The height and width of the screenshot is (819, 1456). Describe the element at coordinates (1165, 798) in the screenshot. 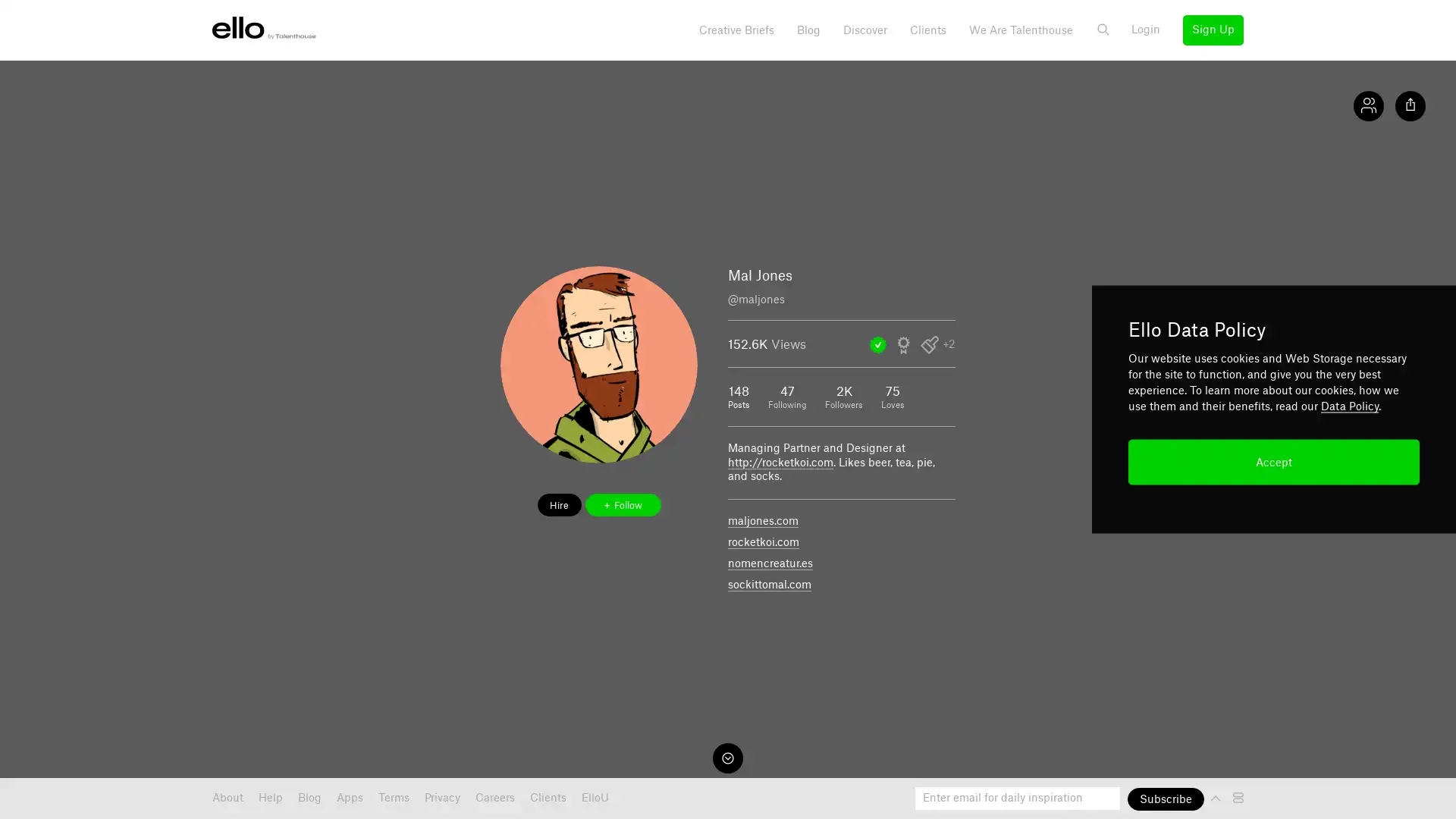

I see `Subscribe` at that location.